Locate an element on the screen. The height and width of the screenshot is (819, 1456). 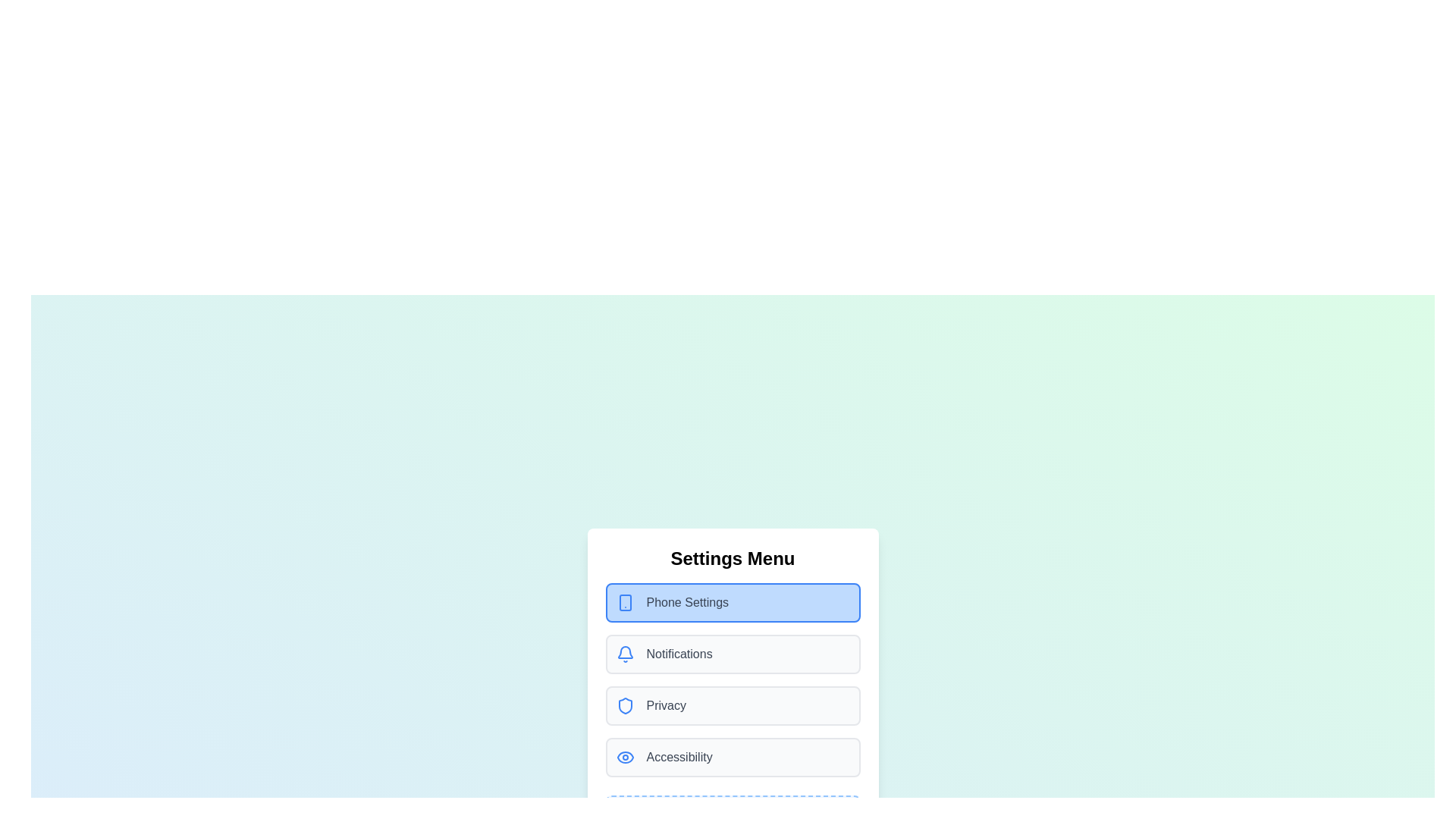
the menu item corresponding to Accessibility by clicking its associated icon is located at coordinates (625, 758).